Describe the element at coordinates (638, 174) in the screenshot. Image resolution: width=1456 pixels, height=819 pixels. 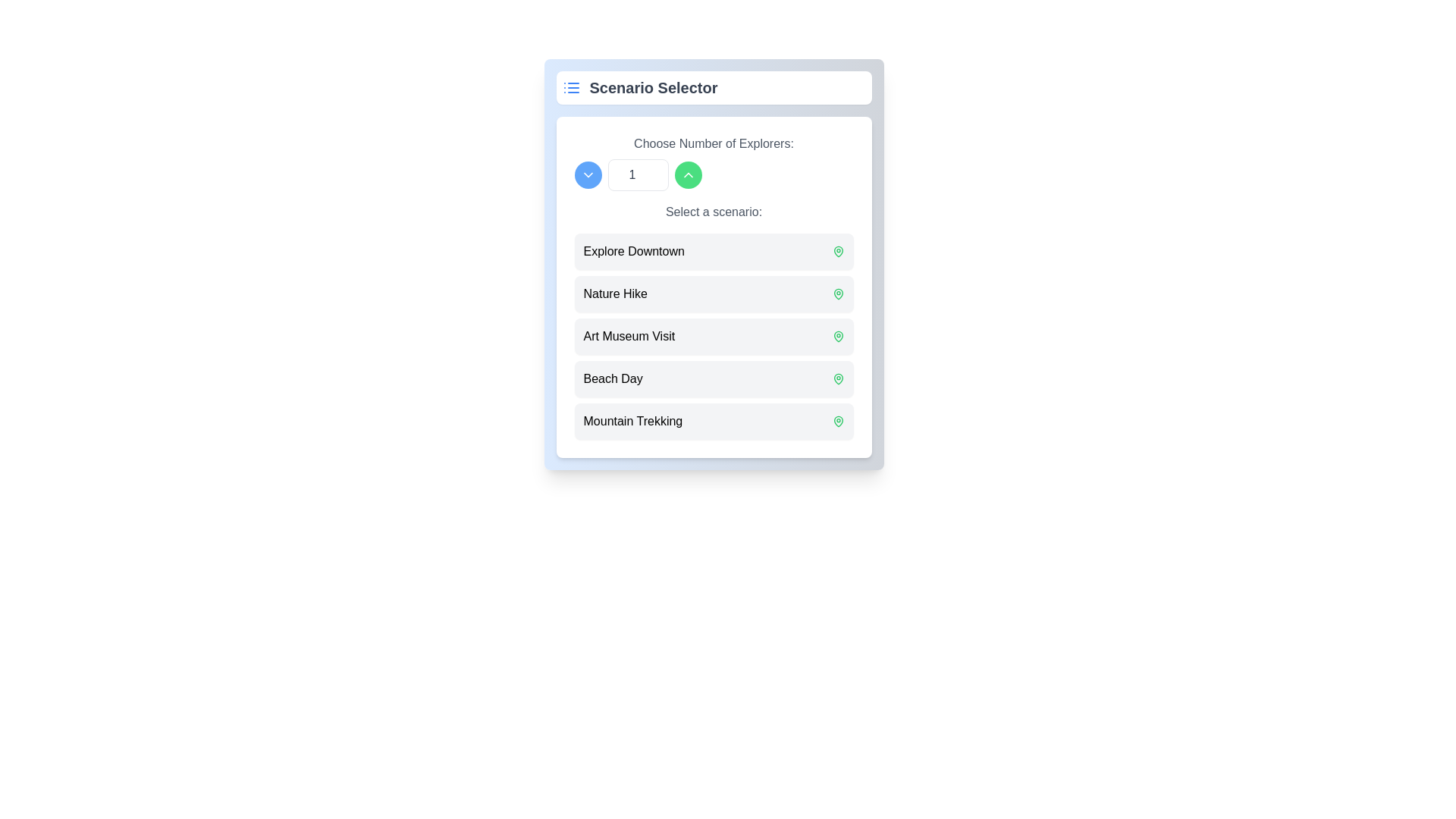
I see `the editable number input field, which is styled with a light gray background and positioned between a blue button on the left and a green button on the right` at that location.